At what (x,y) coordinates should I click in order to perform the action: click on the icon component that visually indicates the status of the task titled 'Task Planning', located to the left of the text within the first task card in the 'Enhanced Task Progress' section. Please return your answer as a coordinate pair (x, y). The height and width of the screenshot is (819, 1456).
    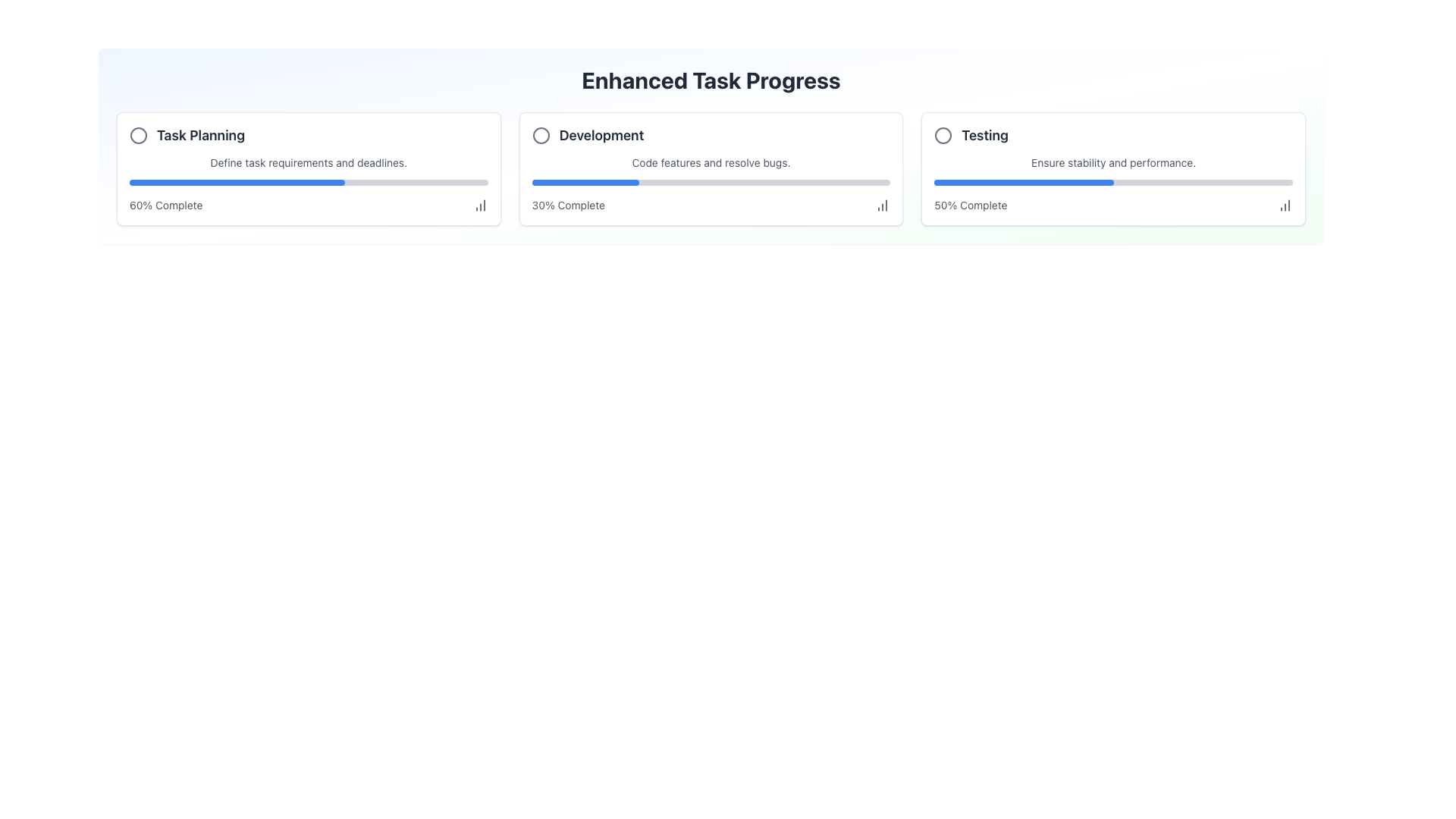
    Looking at the image, I should click on (138, 134).